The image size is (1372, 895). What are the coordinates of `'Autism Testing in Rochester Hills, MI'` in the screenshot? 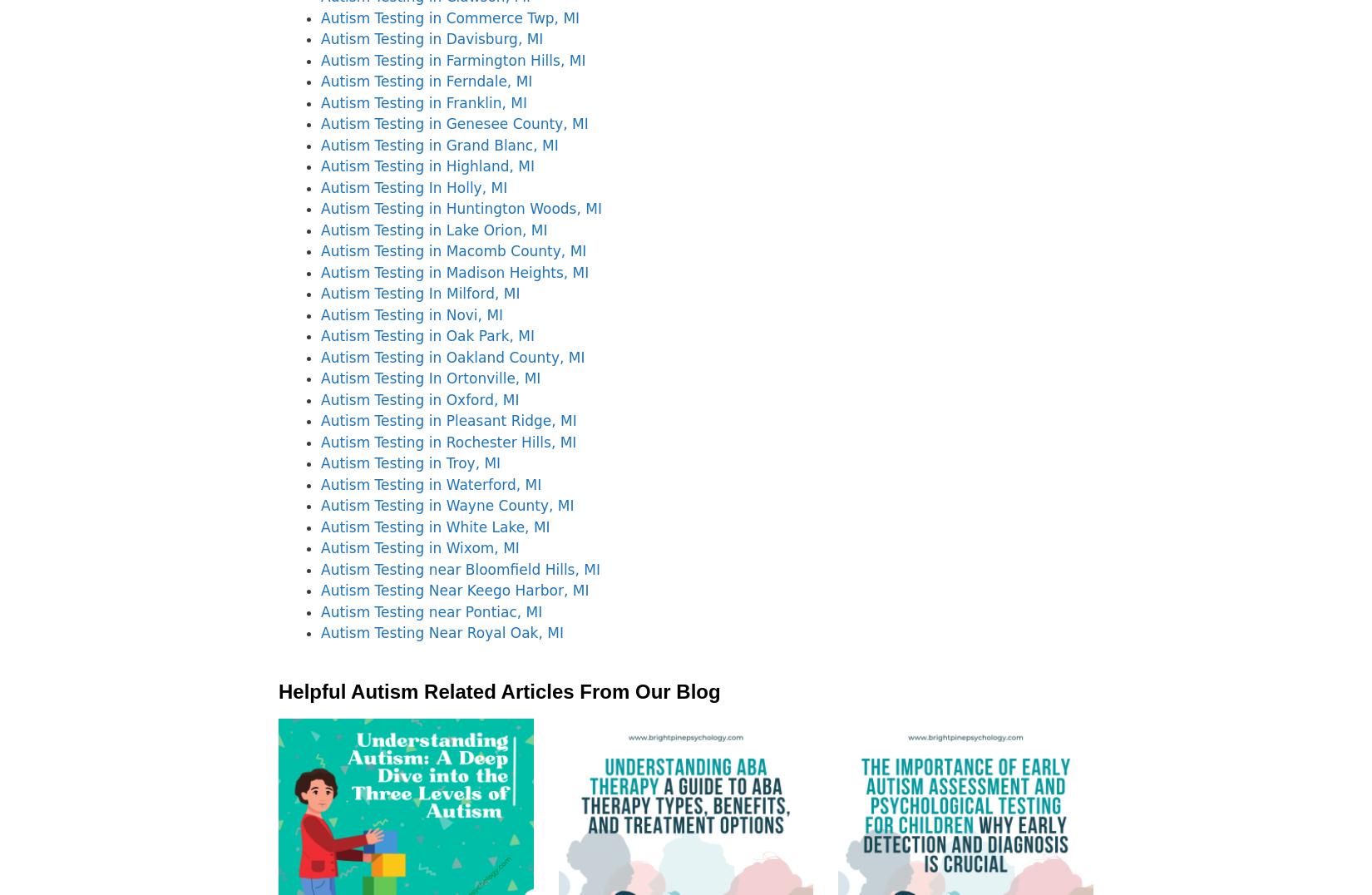 It's located at (447, 442).